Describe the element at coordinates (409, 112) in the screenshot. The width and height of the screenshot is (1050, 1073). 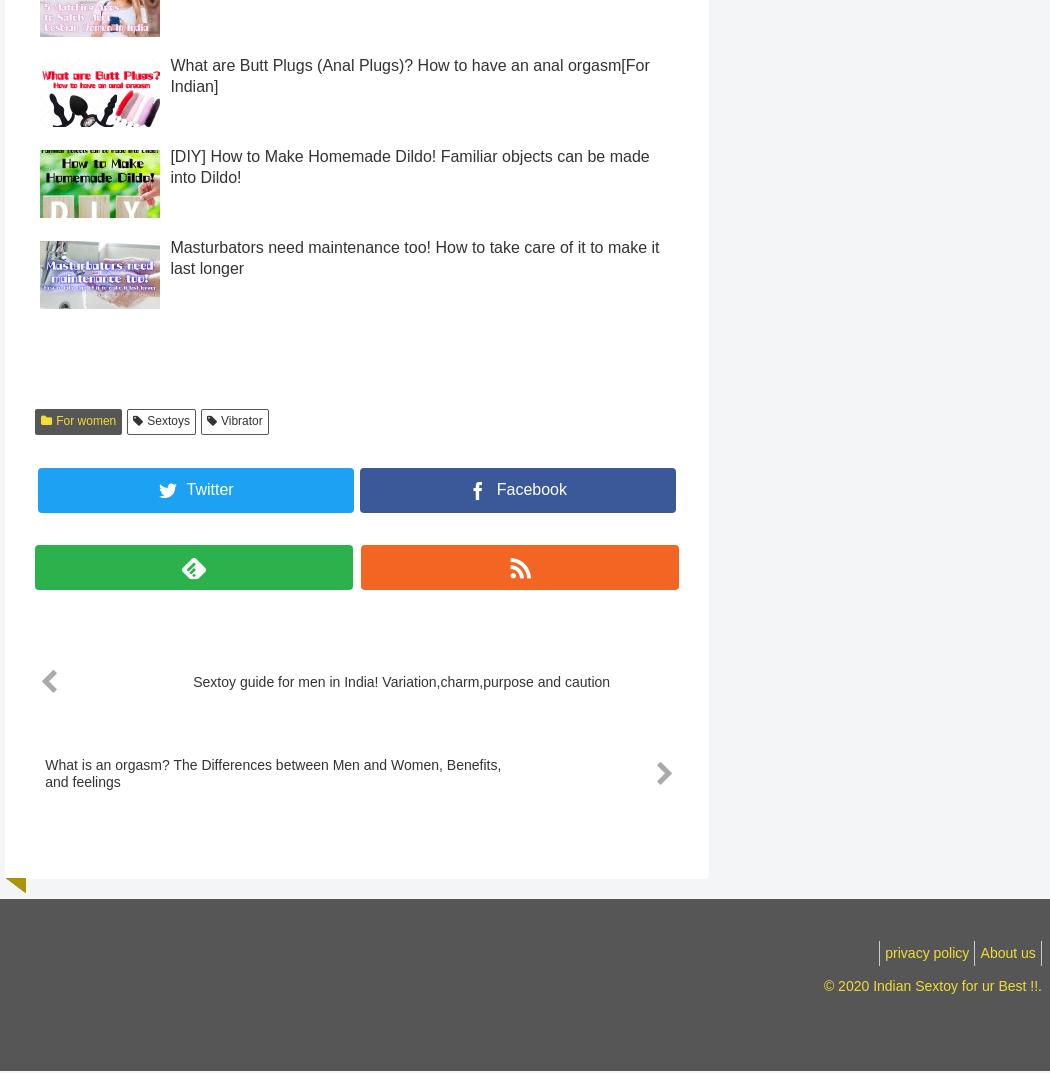
I see `'What are Butt Plugs (Anal Plugs)? How to have an anal orgasm[For Indian]'` at that location.